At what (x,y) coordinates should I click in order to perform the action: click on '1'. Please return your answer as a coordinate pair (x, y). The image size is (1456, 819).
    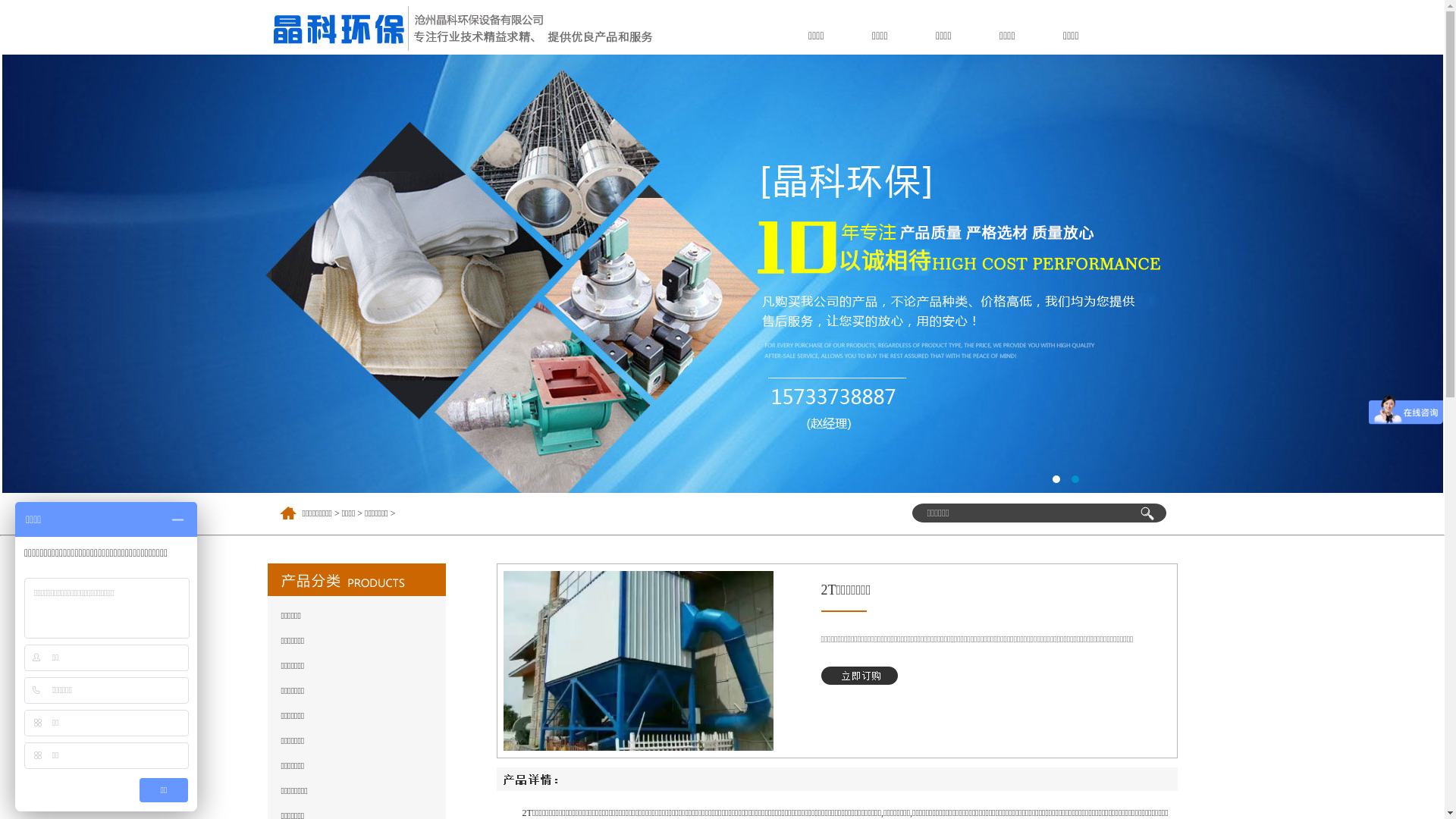
    Looking at the image, I should click on (1051, 479).